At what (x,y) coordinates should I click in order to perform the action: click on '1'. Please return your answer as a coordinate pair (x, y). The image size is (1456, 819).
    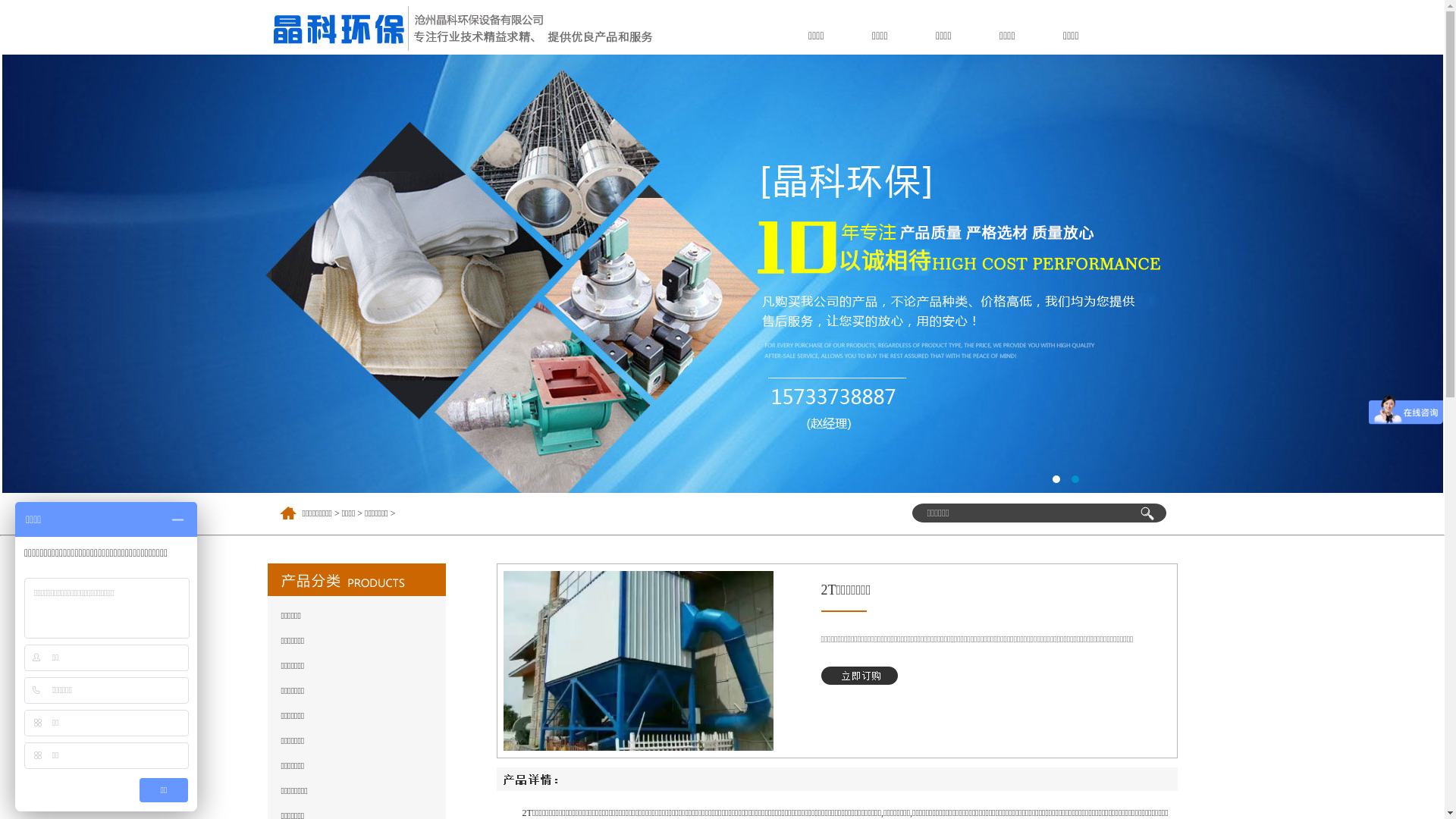
    Looking at the image, I should click on (1051, 479).